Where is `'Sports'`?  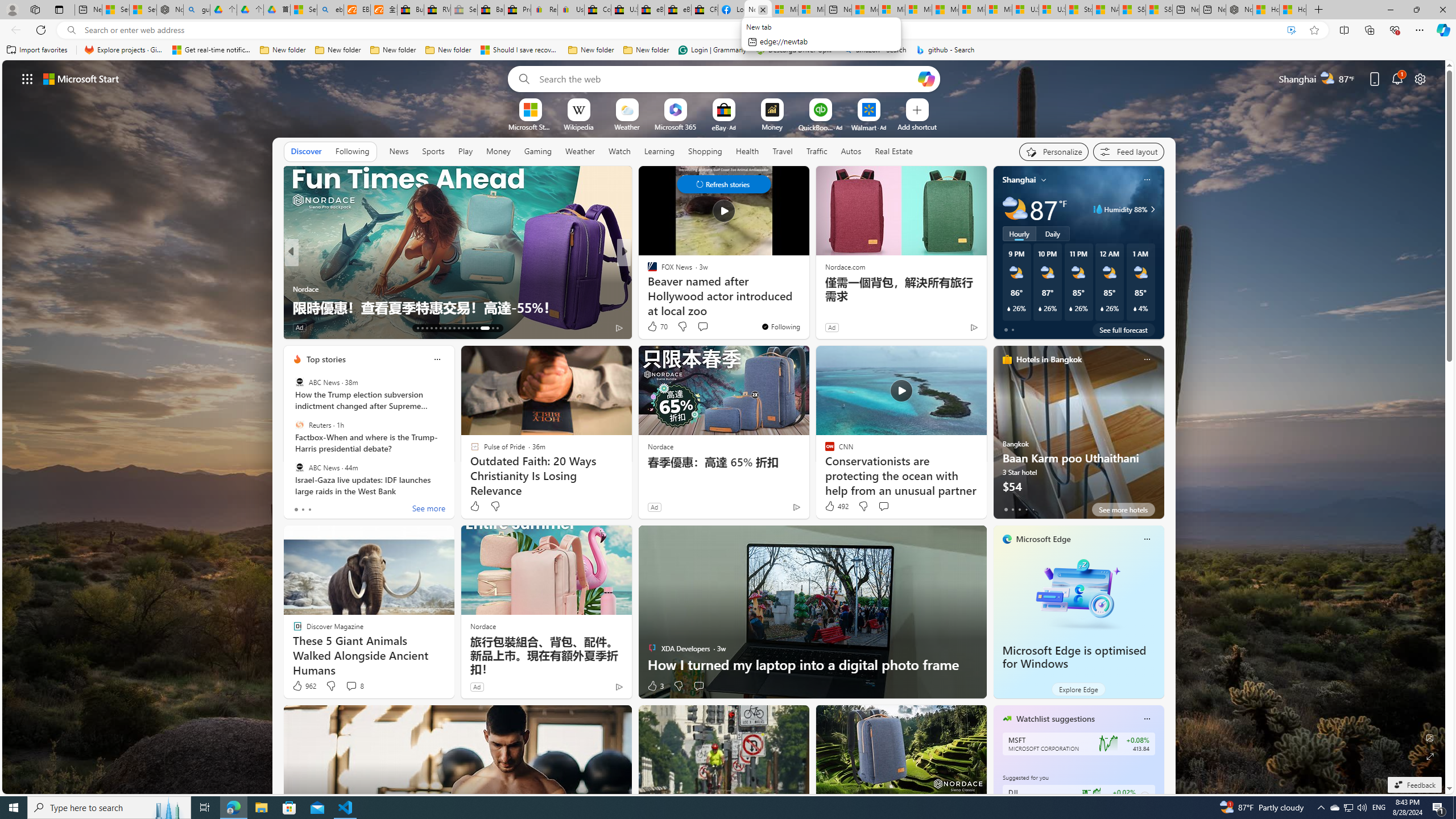 'Sports' is located at coordinates (433, 151).